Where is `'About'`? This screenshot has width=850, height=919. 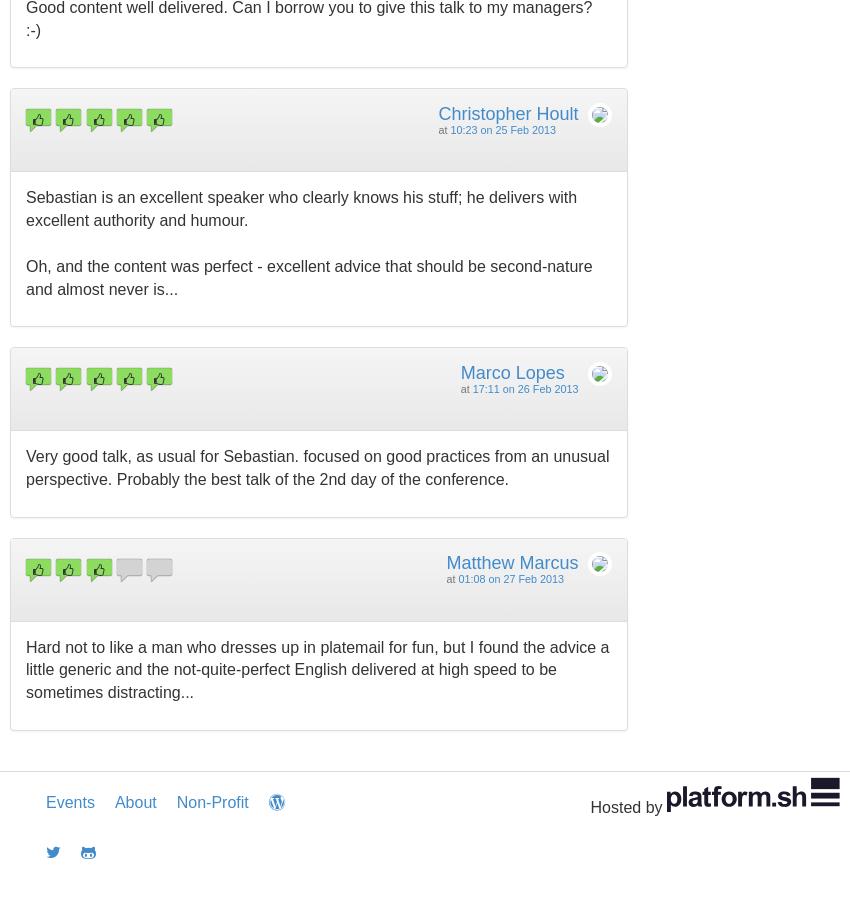 'About' is located at coordinates (134, 802).